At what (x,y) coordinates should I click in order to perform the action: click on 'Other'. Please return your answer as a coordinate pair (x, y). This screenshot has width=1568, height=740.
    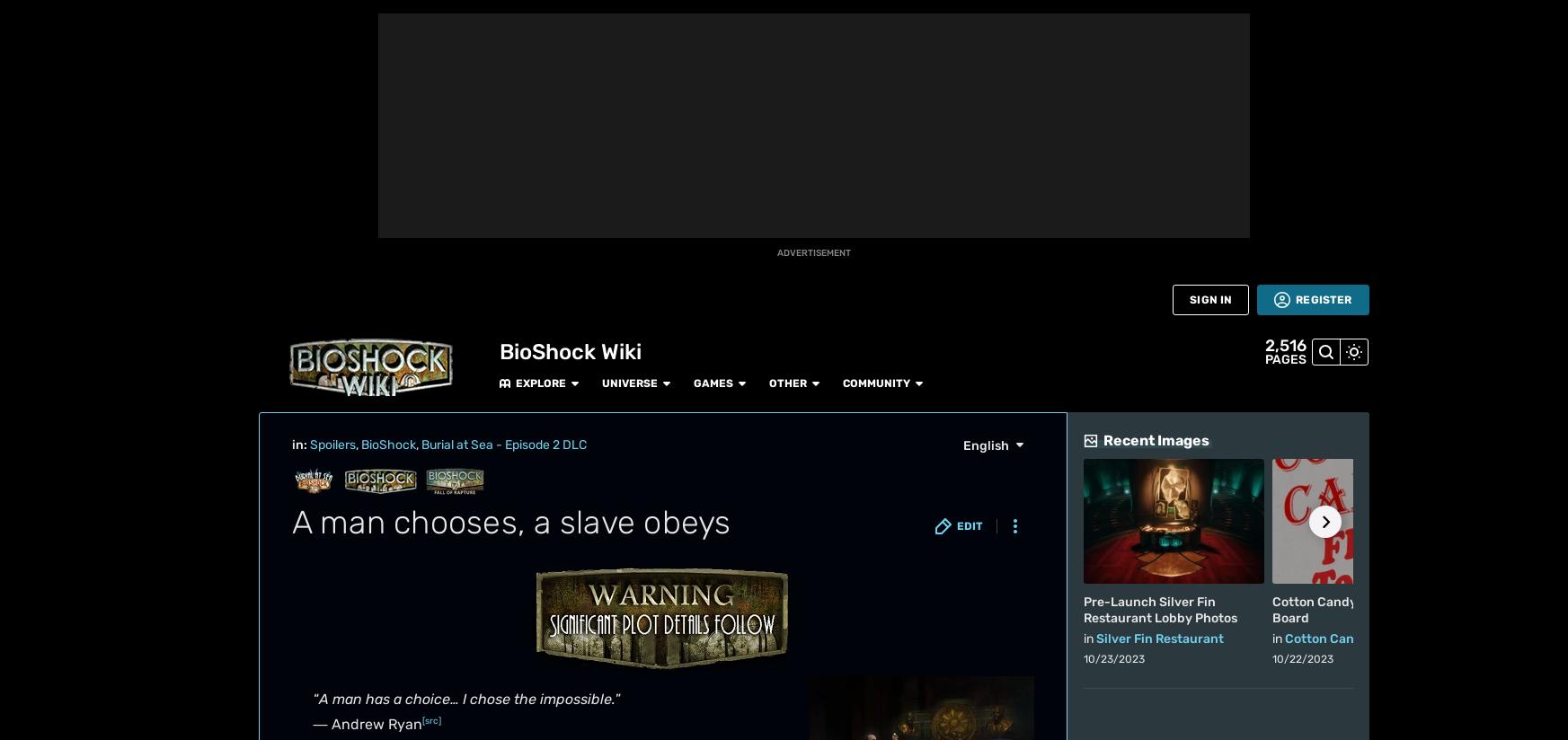
    Looking at the image, I should click on (555, 19).